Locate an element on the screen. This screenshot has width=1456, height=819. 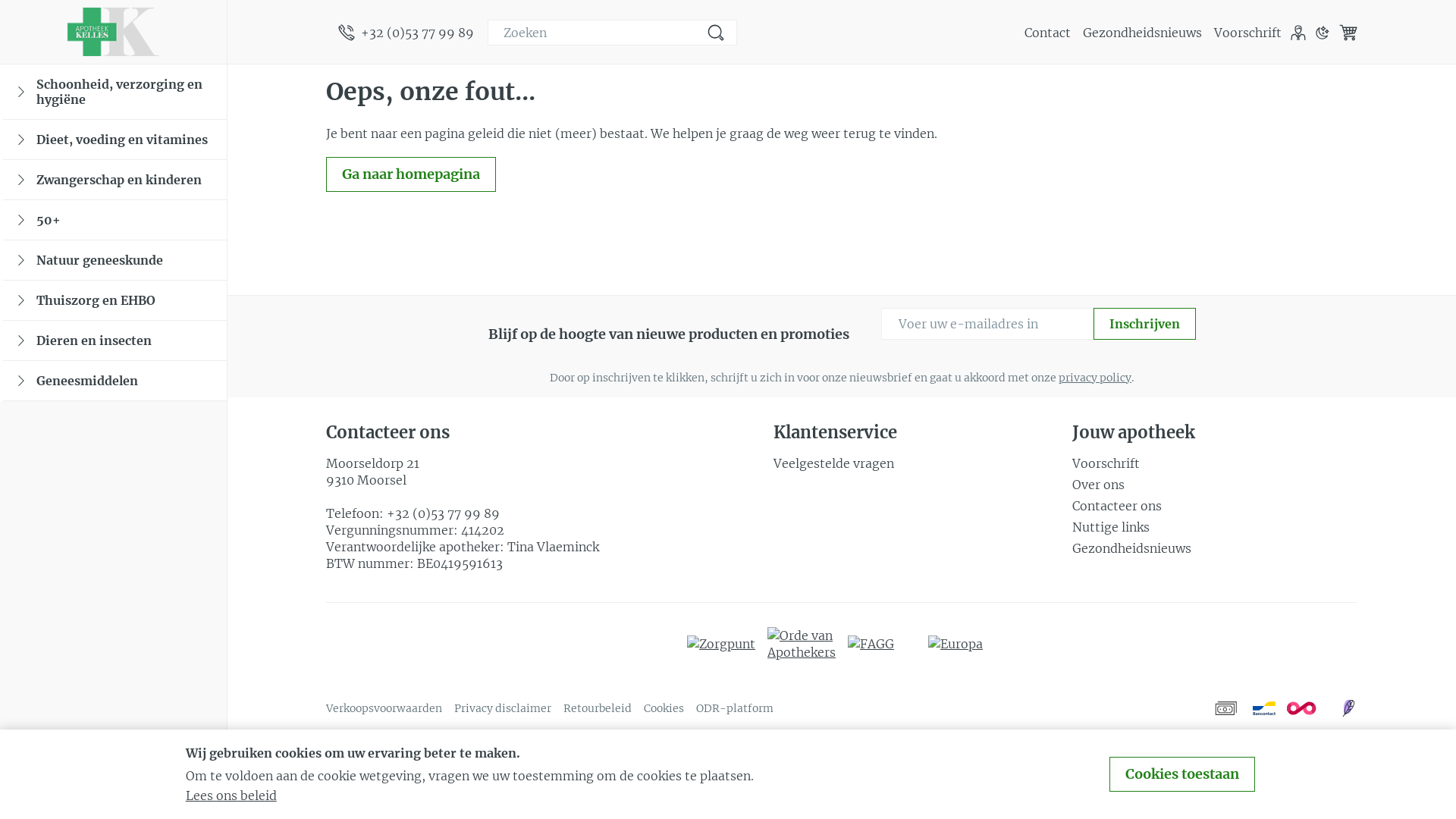
'Lees ons beleid' is located at coordinates (184, 795).